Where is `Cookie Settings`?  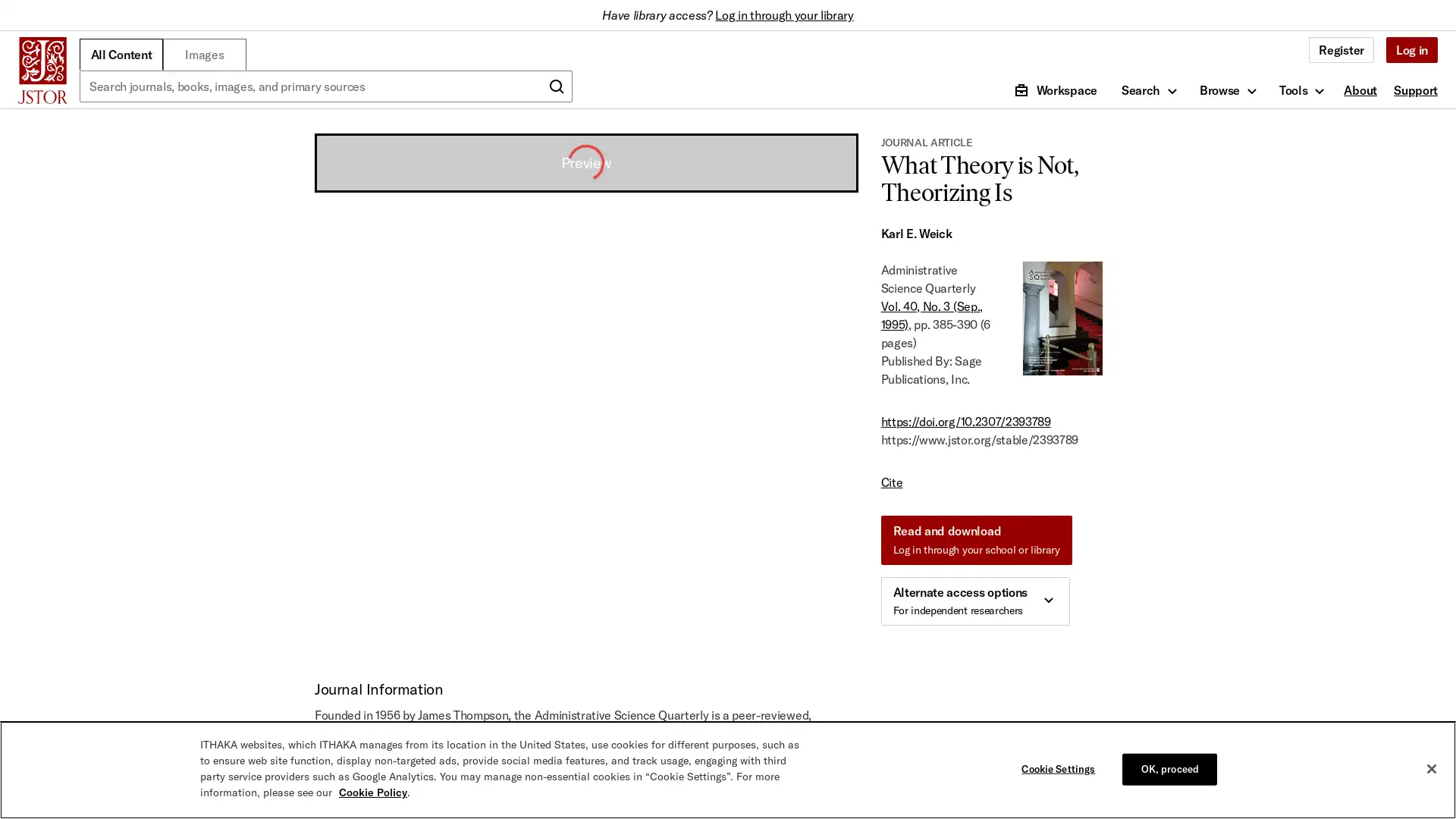 Cookie Settings is located at coordinates (1061, 769).